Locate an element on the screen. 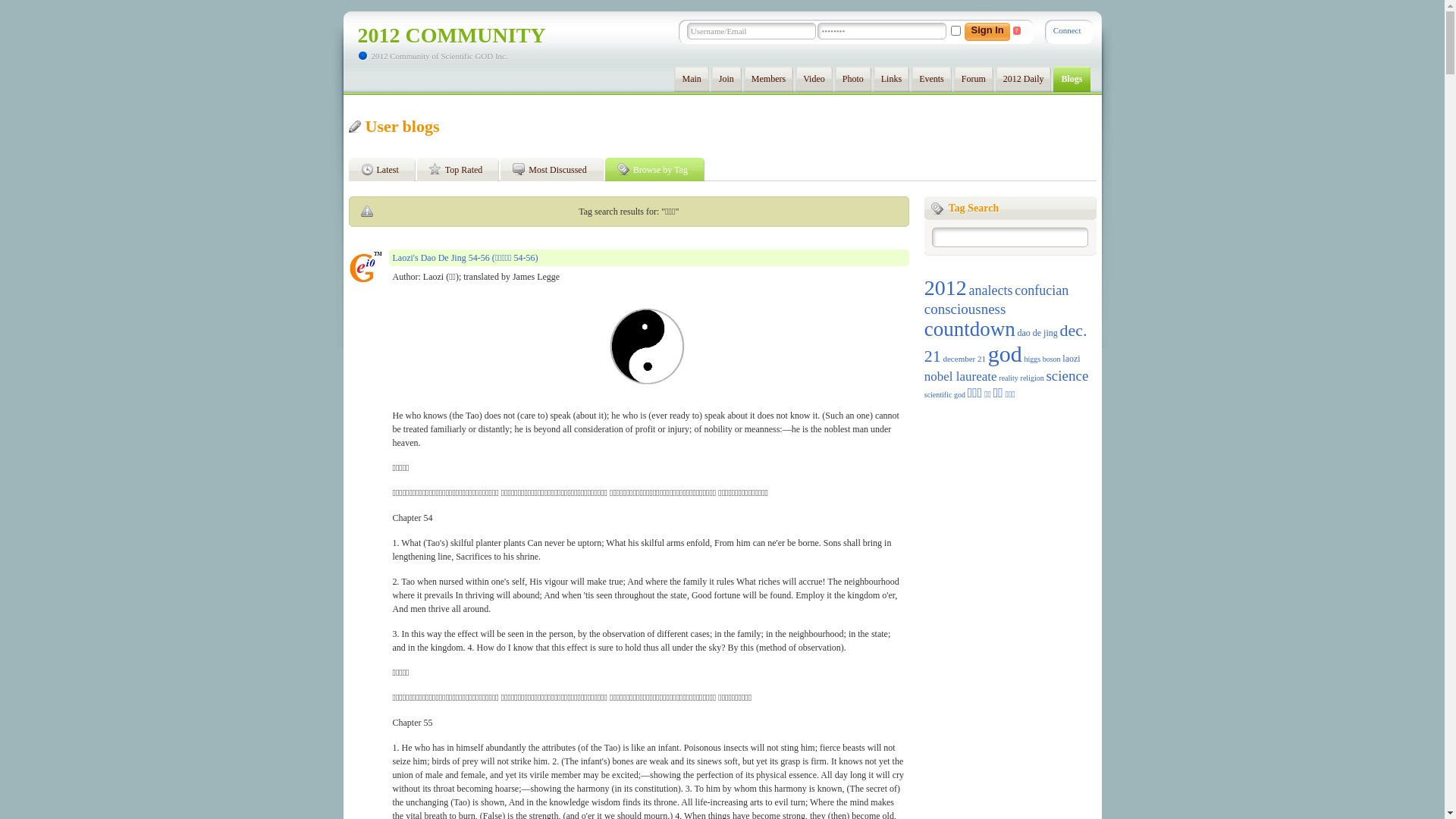 This screenshot has width=1456, height=819. 'consciousness' is located at coordinates (964, 308).